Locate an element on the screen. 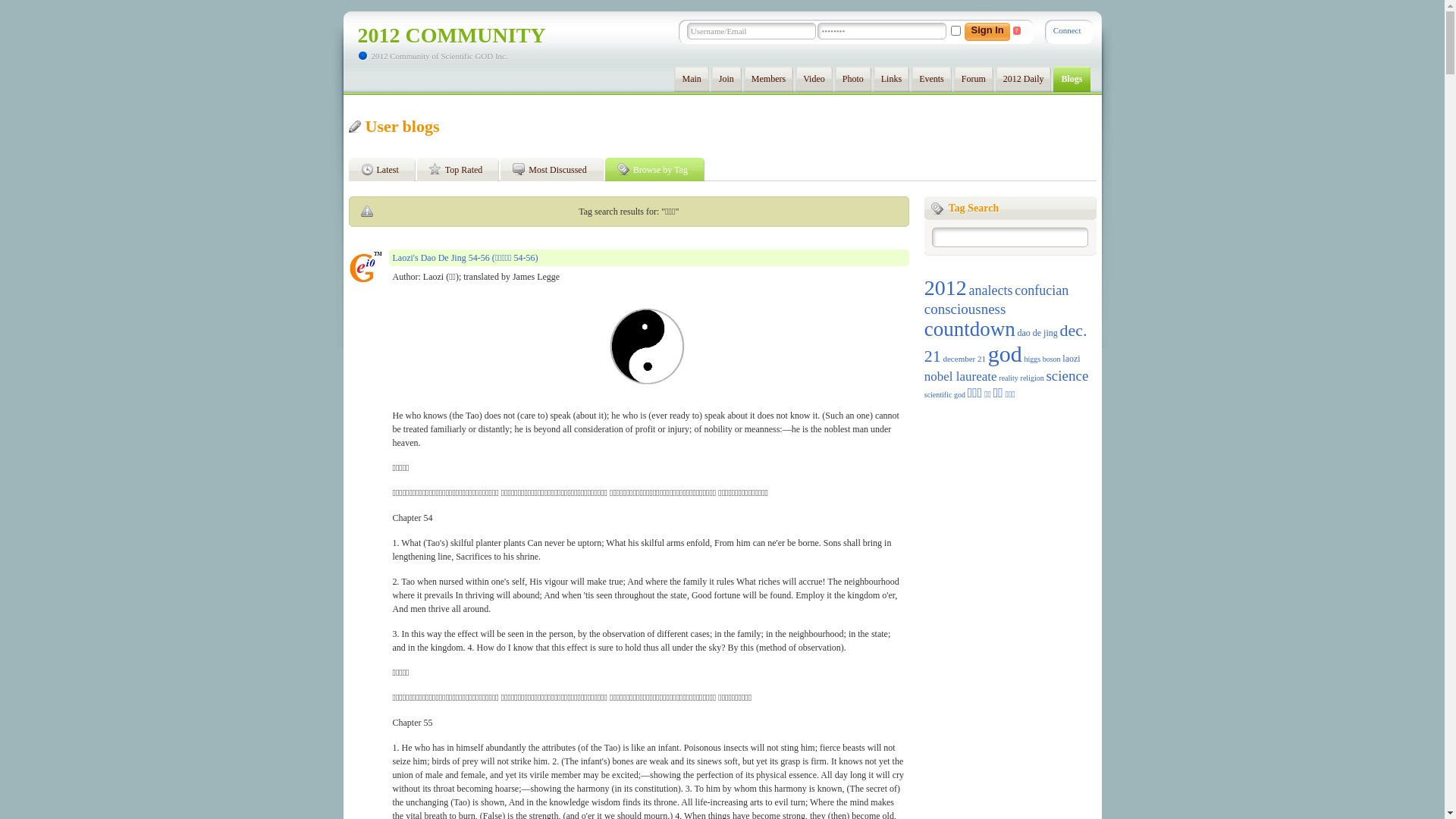 This screenshot has width=1456, height=819. 'consciousness' is located at coordinates (964, 308).